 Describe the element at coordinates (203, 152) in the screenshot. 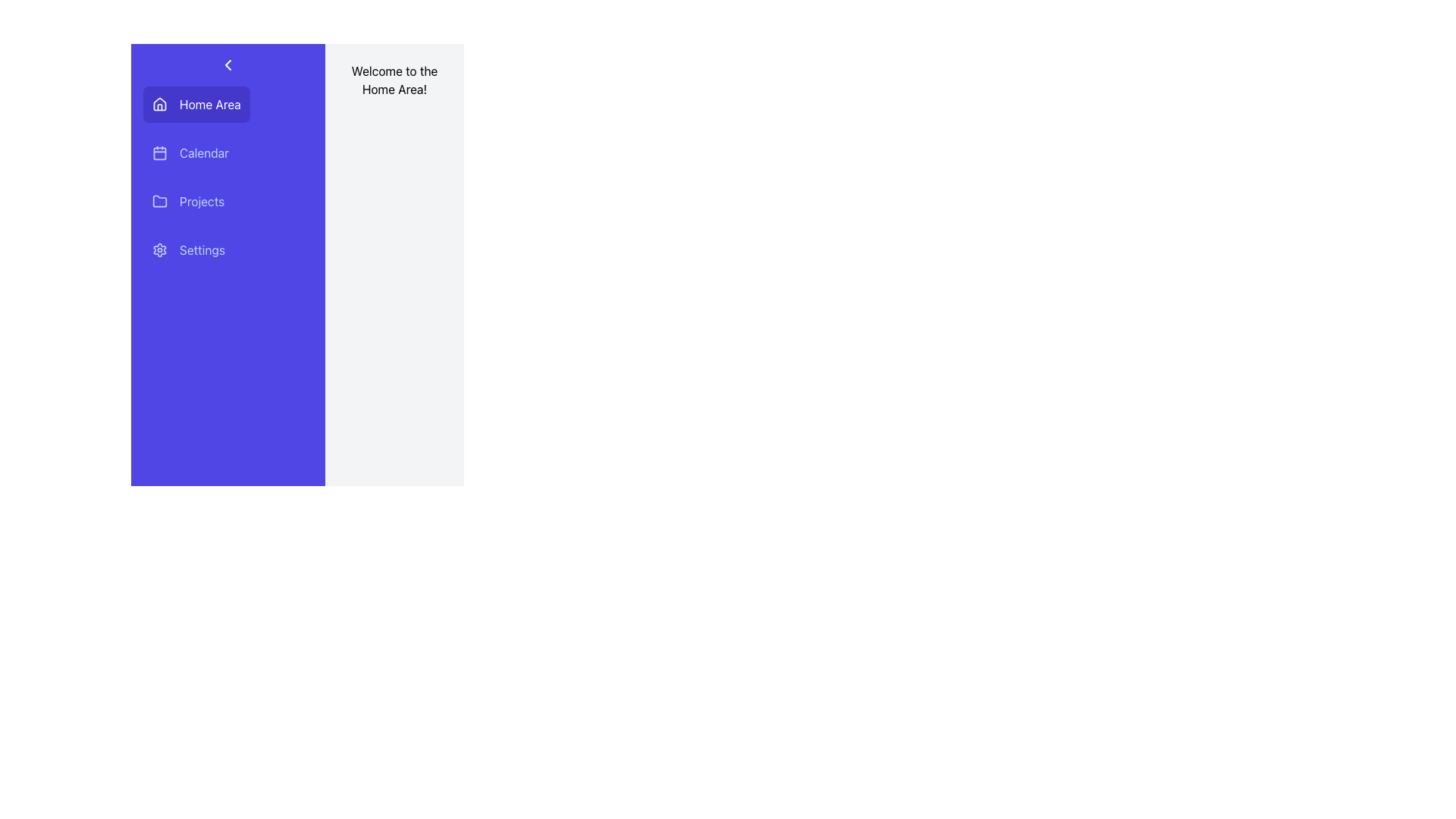

I see `the Text Label in the vertical navigation menu that leads` at that location.